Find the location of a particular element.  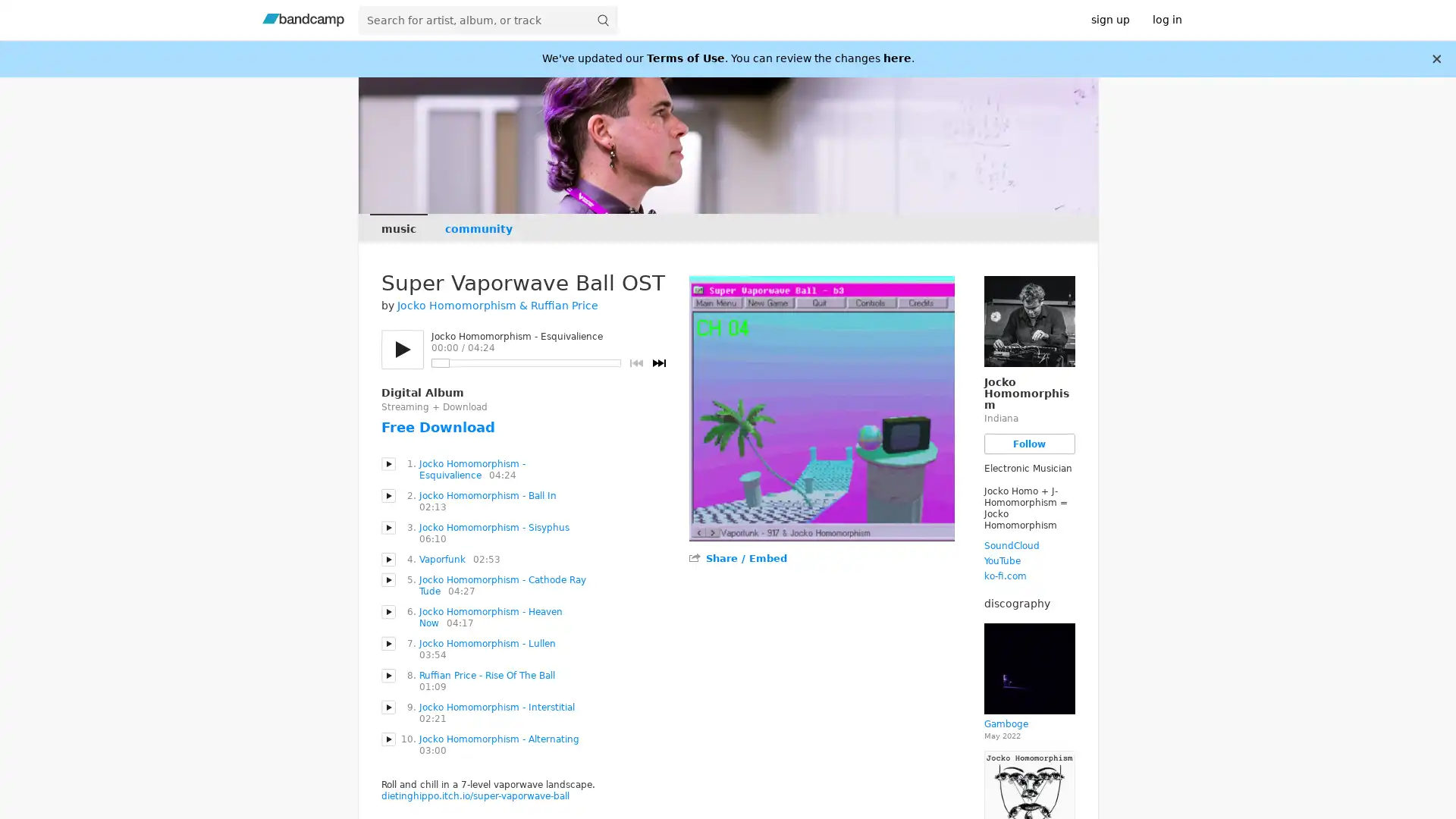

Play Jocko Homomorphism - Alternating is located at coordinates (388, 739).